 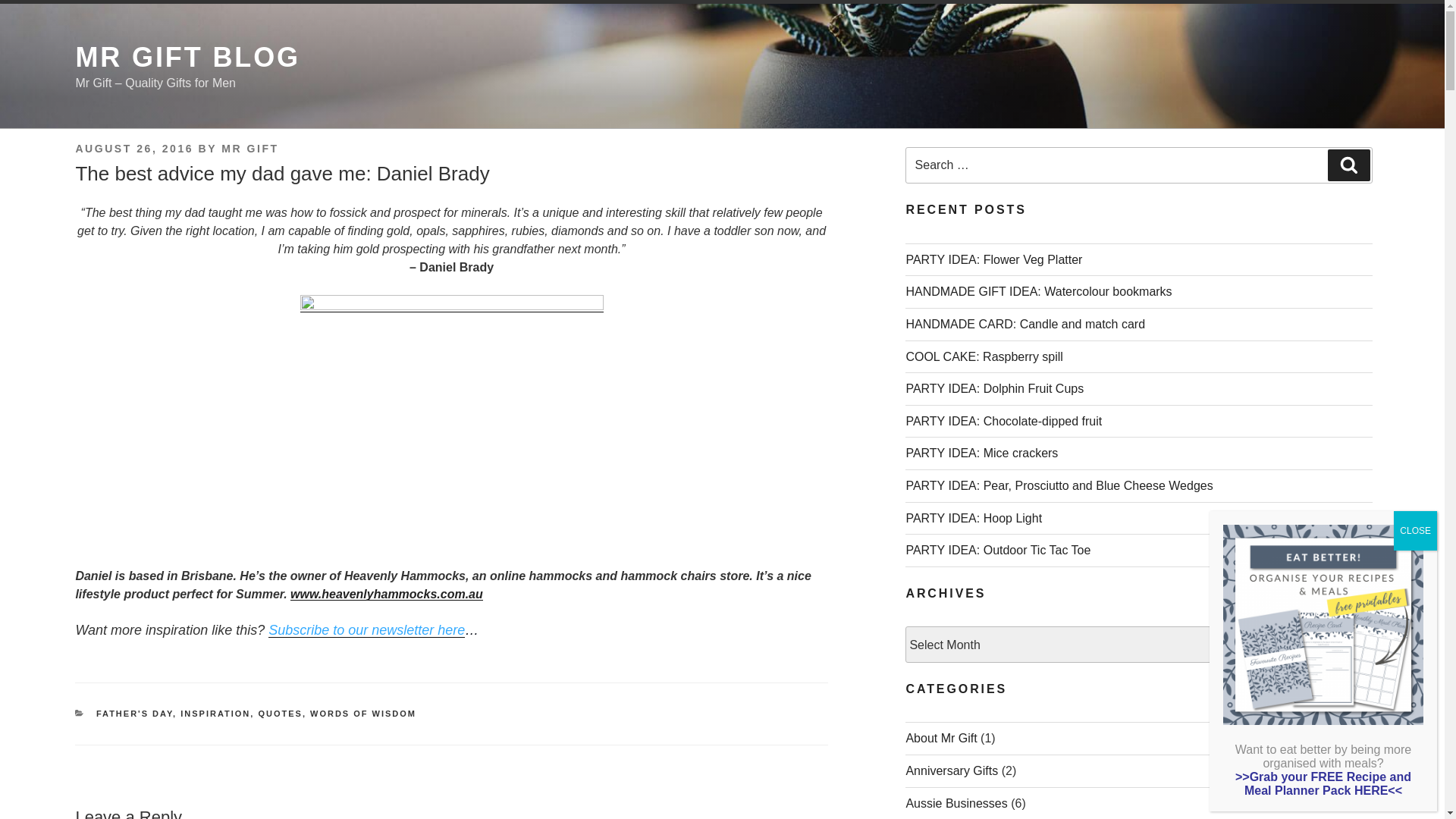 What do you see at coordinates (95, 714) in the screenshot?
I see `'FATHER'S DAY'` at bounding box center [95, 714].